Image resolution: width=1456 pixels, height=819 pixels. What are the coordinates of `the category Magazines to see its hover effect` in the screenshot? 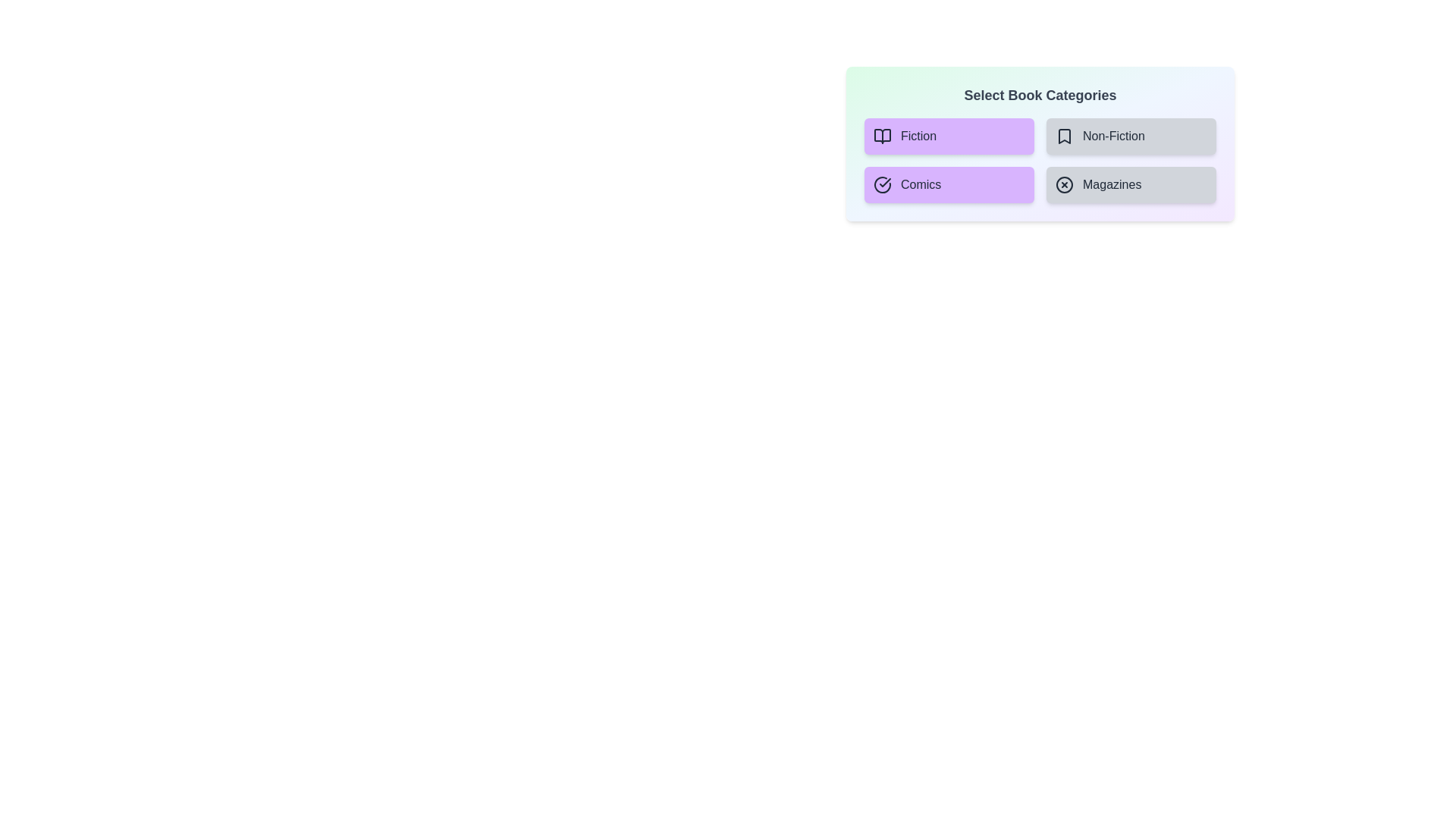 It's located at (1131, 184).